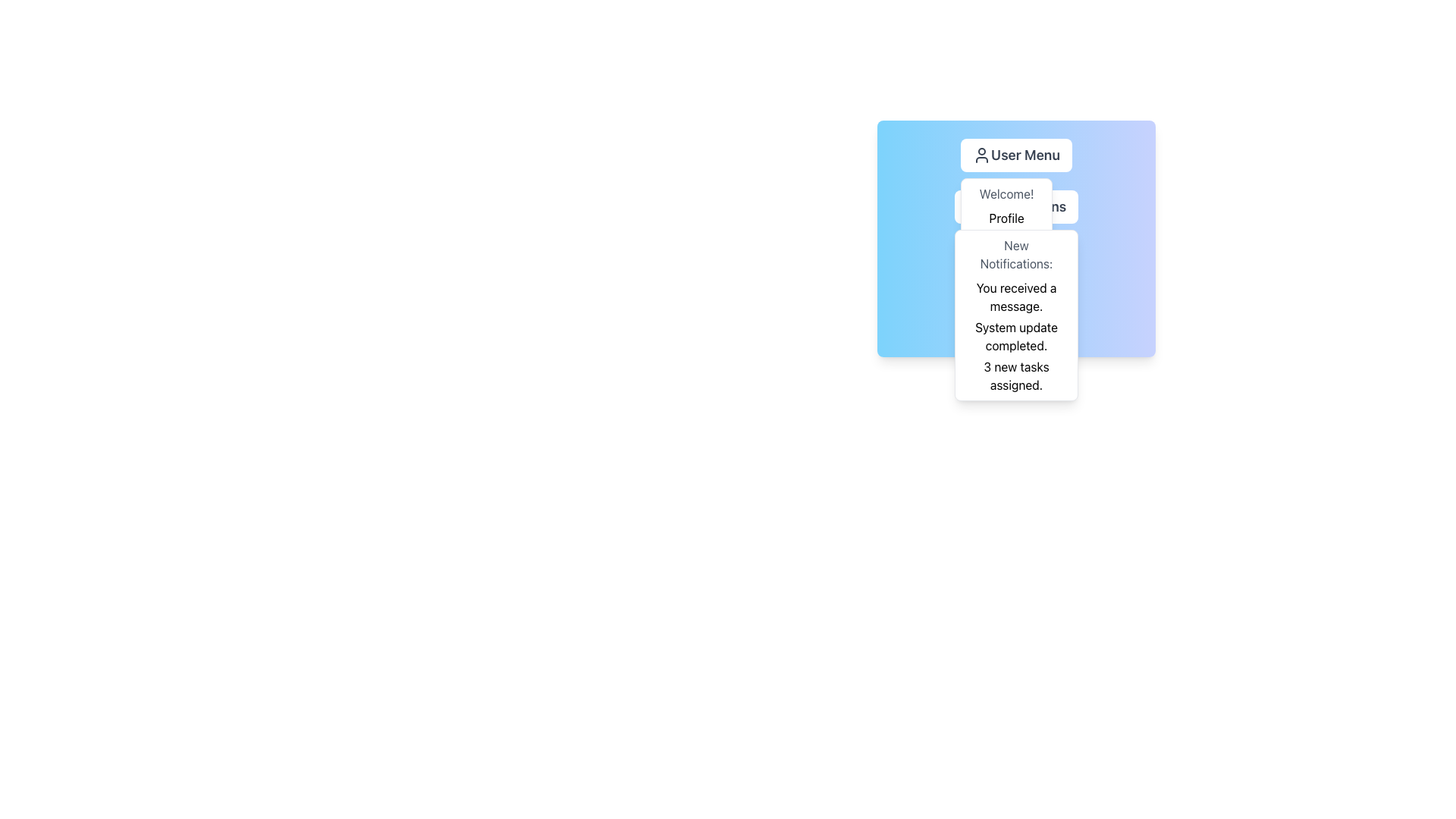  Describe the element at coordinates (1016, 323) in the screenshot. I see `the gear/cogwheel icon` at that location.